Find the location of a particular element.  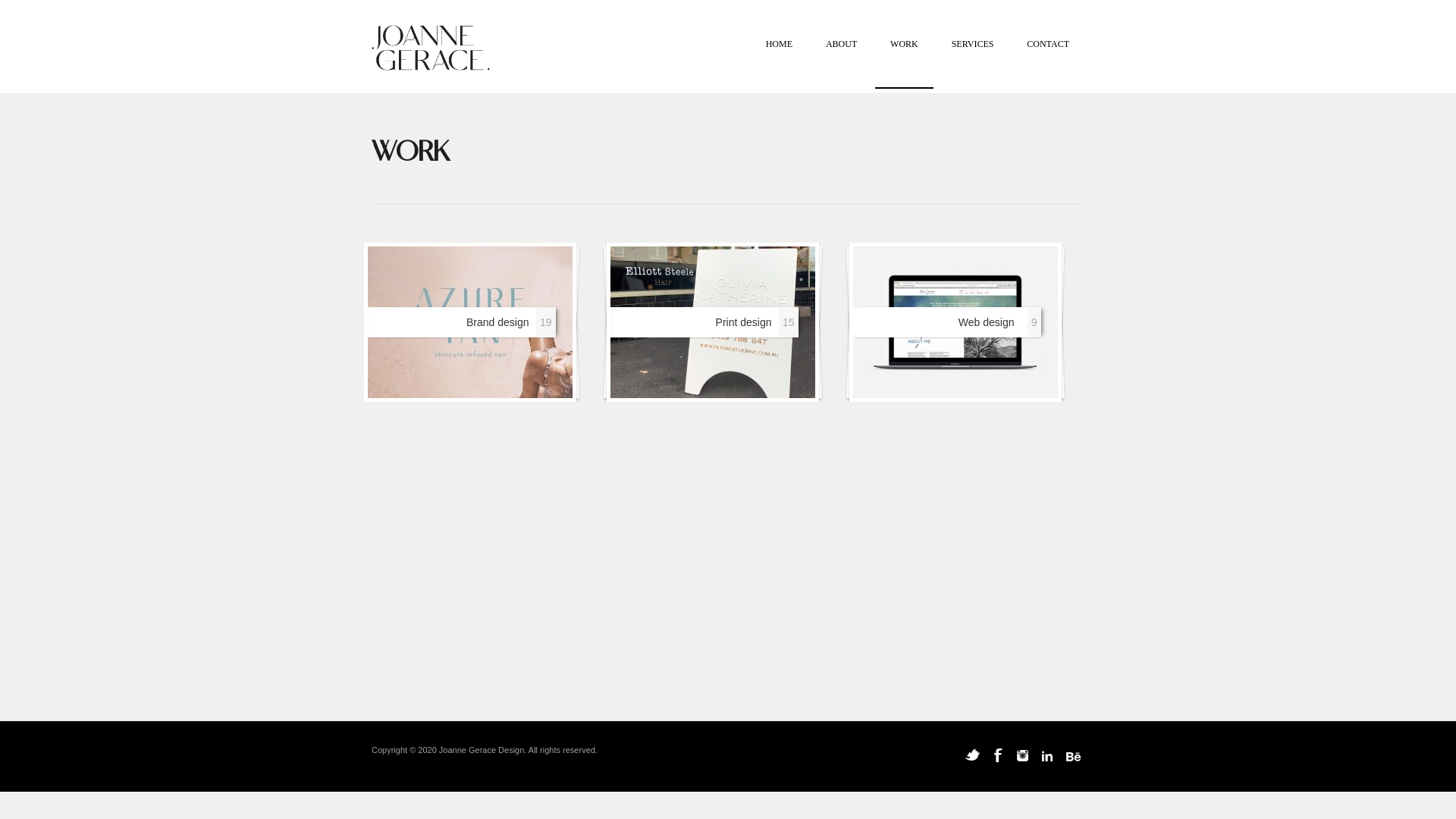

'WORK' is located at coordinates (904, 62).